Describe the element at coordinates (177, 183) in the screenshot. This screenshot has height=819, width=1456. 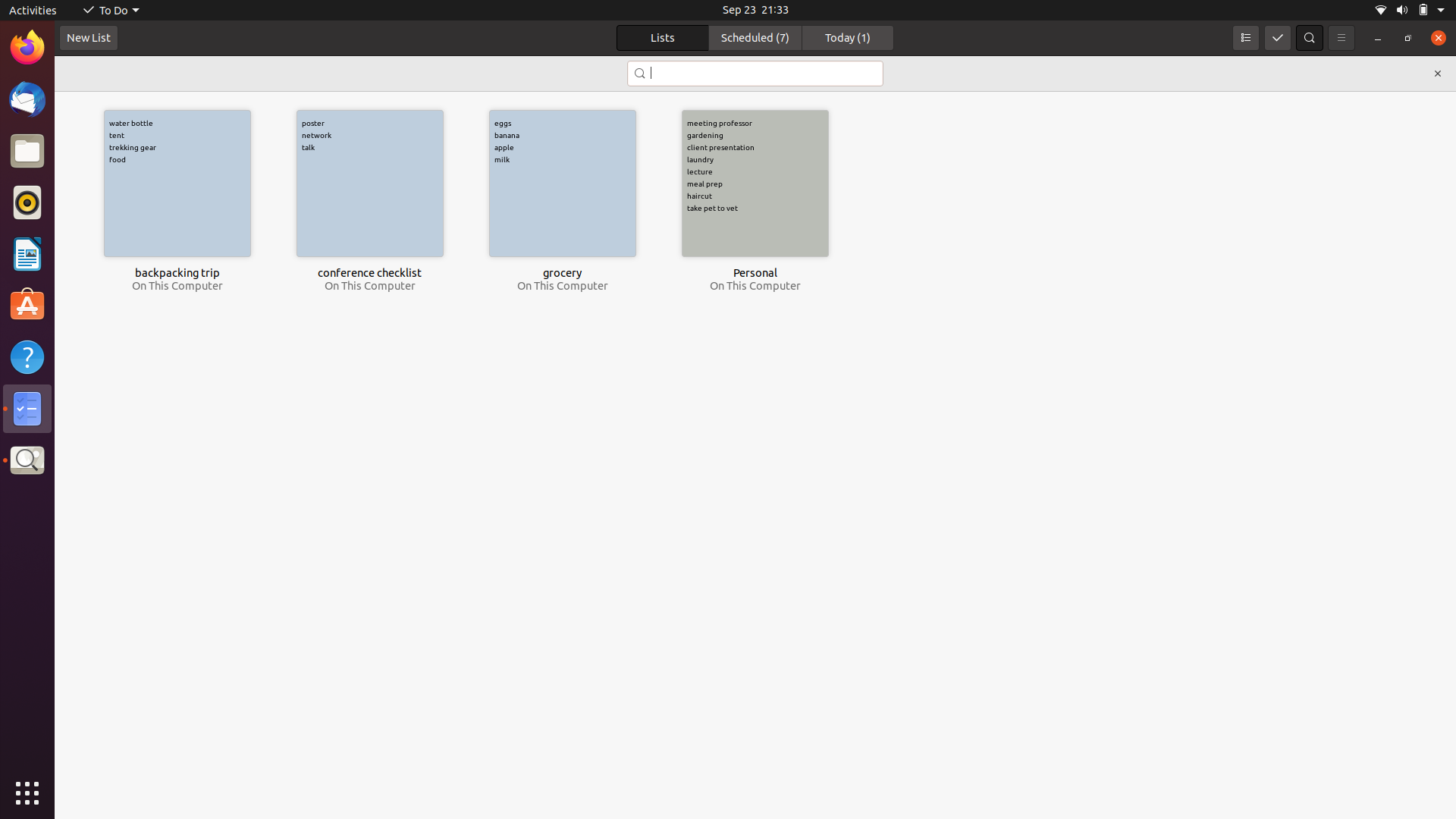
I see `the task list named backpacking trip` at that location.